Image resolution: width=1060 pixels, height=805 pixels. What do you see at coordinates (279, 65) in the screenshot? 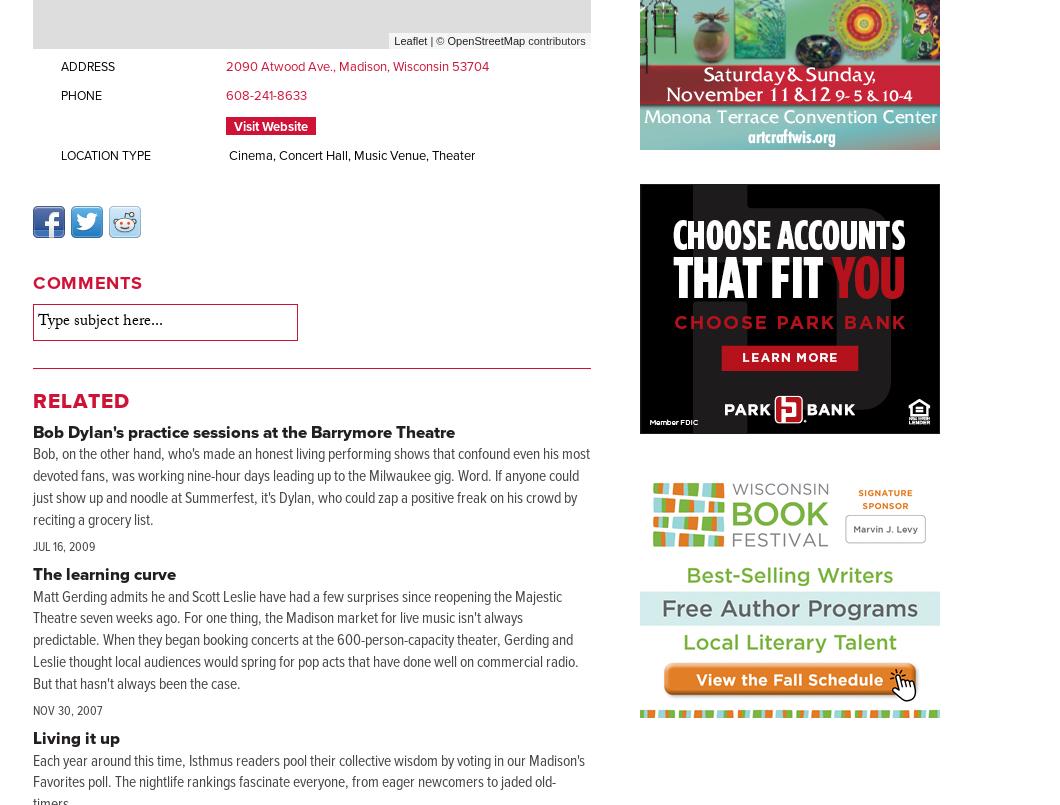
I see `'2090 Atwood Ave.'` at bounding box center [279, 65].